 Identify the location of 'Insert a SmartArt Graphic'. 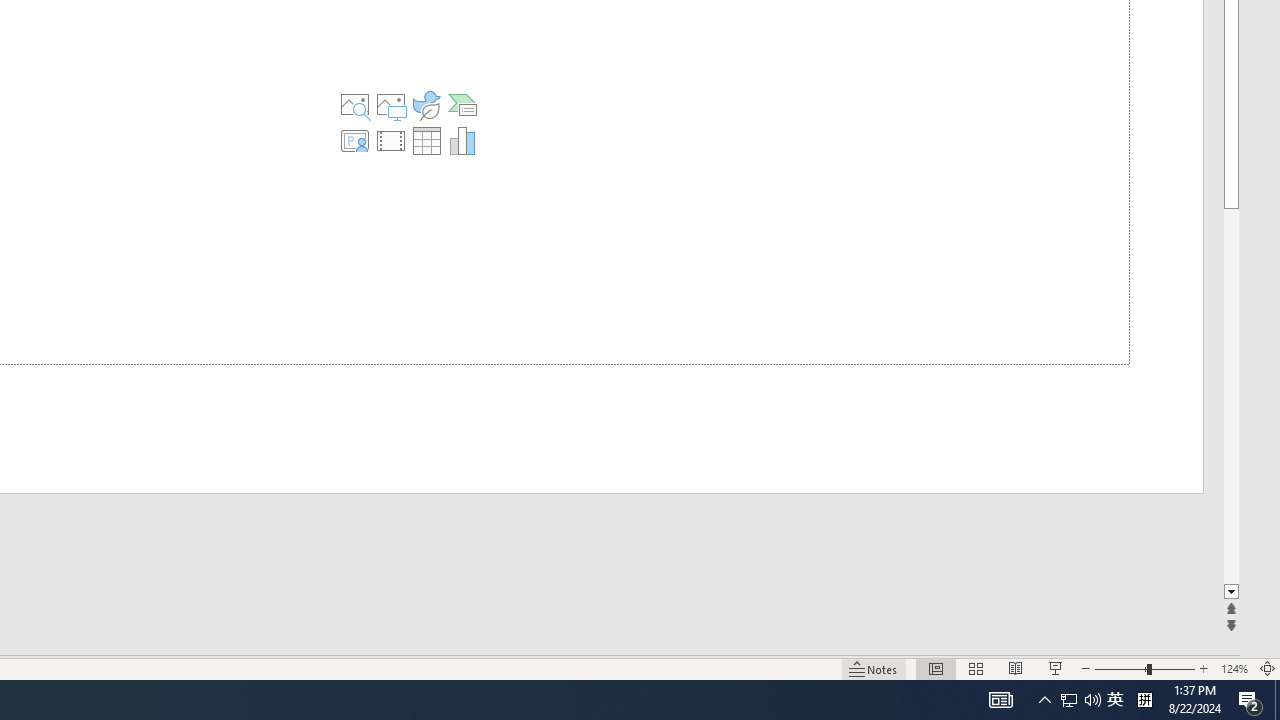
(461, 105).